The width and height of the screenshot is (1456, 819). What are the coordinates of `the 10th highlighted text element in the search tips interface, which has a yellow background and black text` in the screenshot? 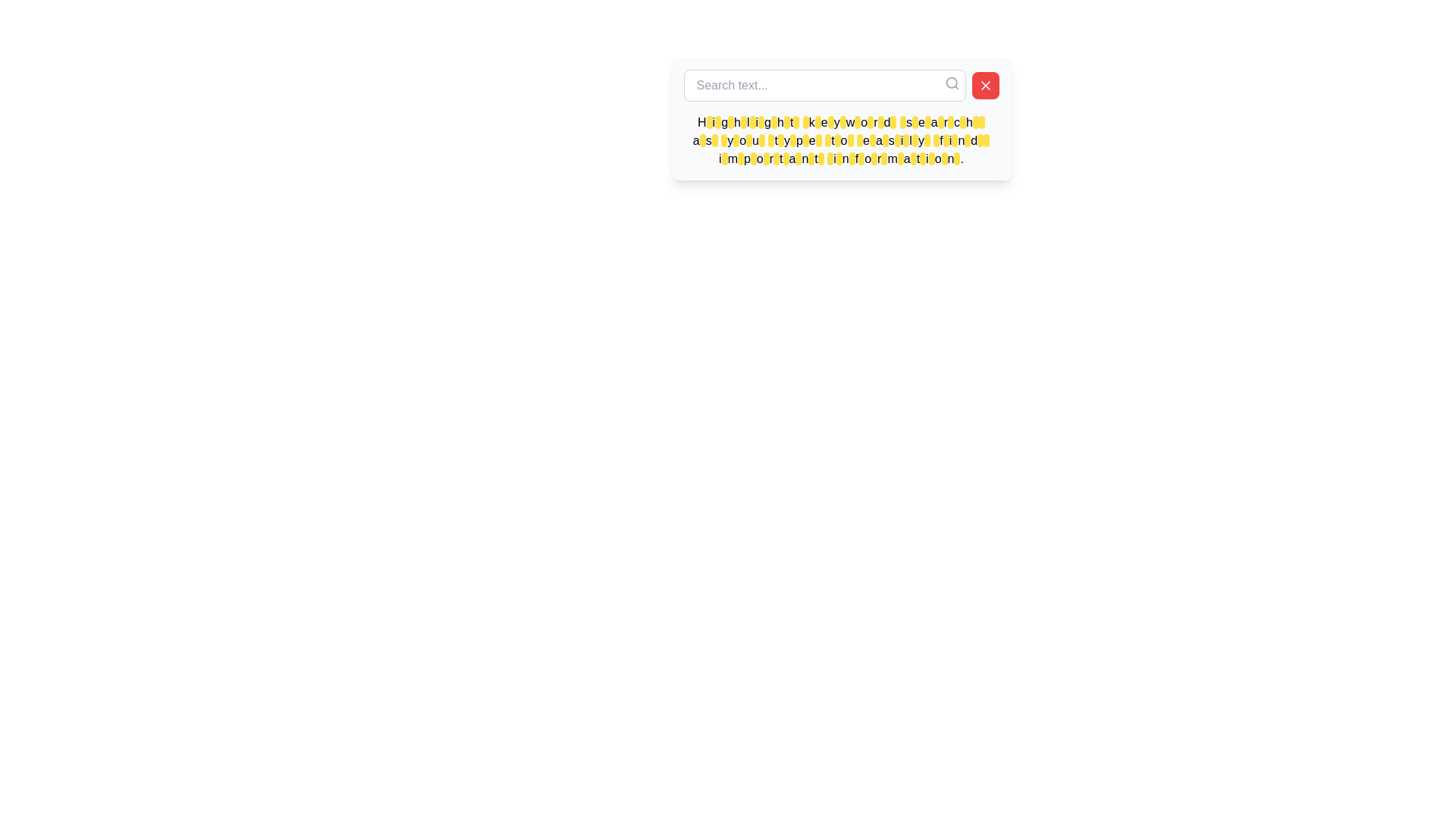 It's located at (805, 140).